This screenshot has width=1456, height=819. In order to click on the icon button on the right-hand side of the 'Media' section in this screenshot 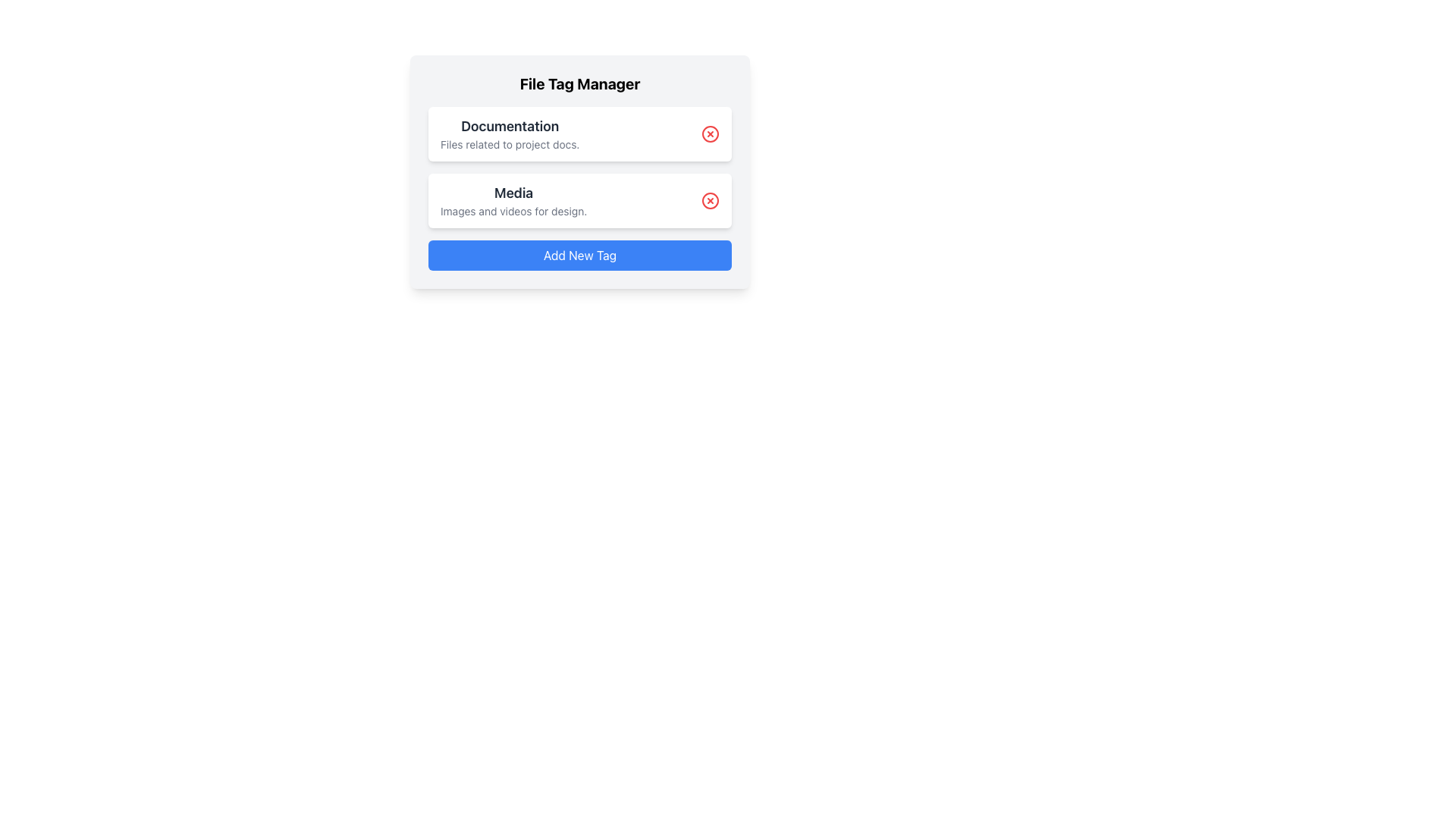, I will do `click(709, 200)`.